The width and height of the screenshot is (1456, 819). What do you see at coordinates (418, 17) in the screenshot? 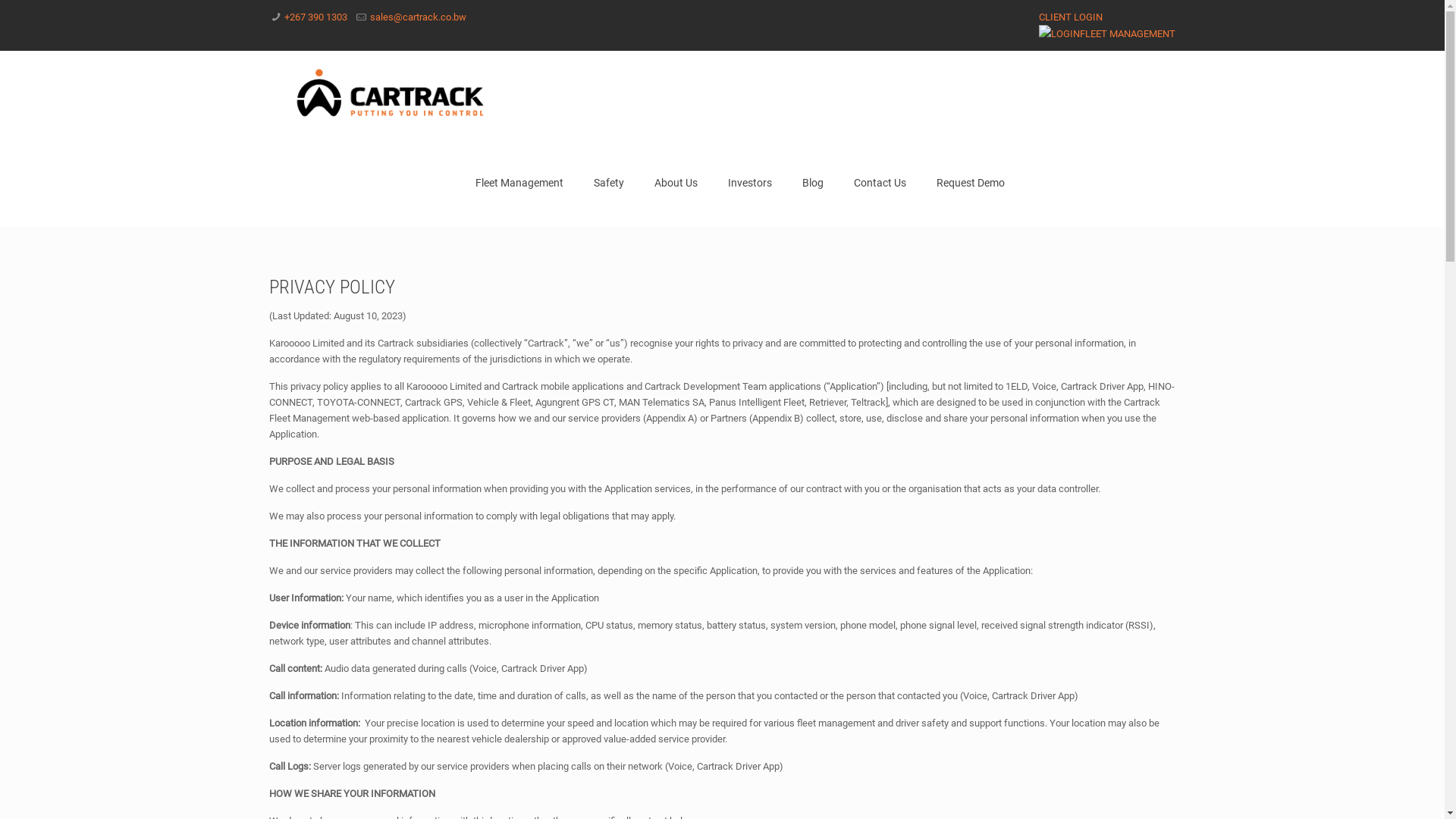
I see `'sales@cartrack.co.bw'` at bounding box center [418, 17].